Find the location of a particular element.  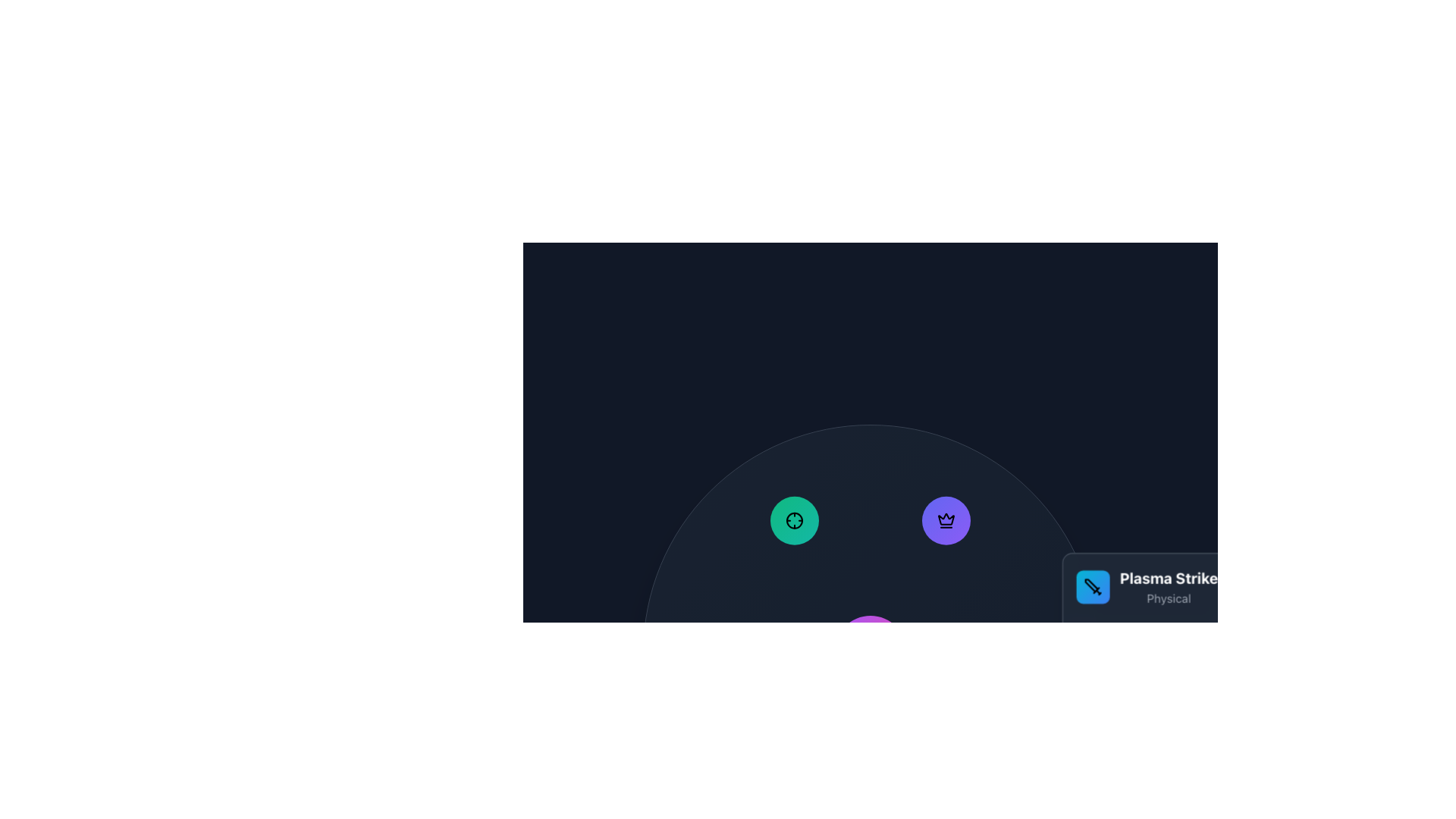

the purple circular icon with a black stylized crown, positioned as the second icon from the left in a circular arrangement at the top-right corner is located at coordinates (946, 518).